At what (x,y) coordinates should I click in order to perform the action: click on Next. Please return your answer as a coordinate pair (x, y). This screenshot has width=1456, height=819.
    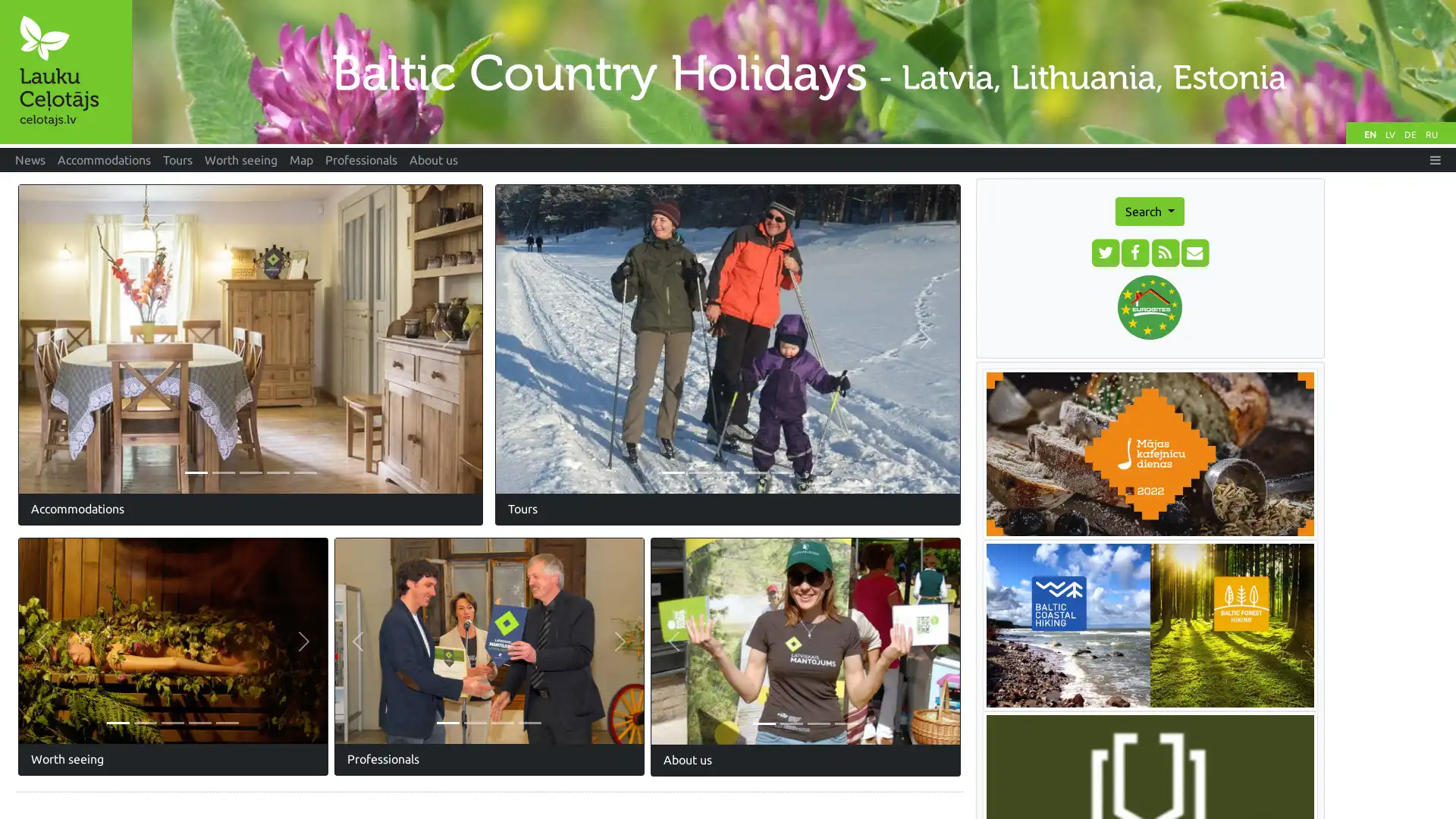
    Looking at the image, I should click on (620, 641).